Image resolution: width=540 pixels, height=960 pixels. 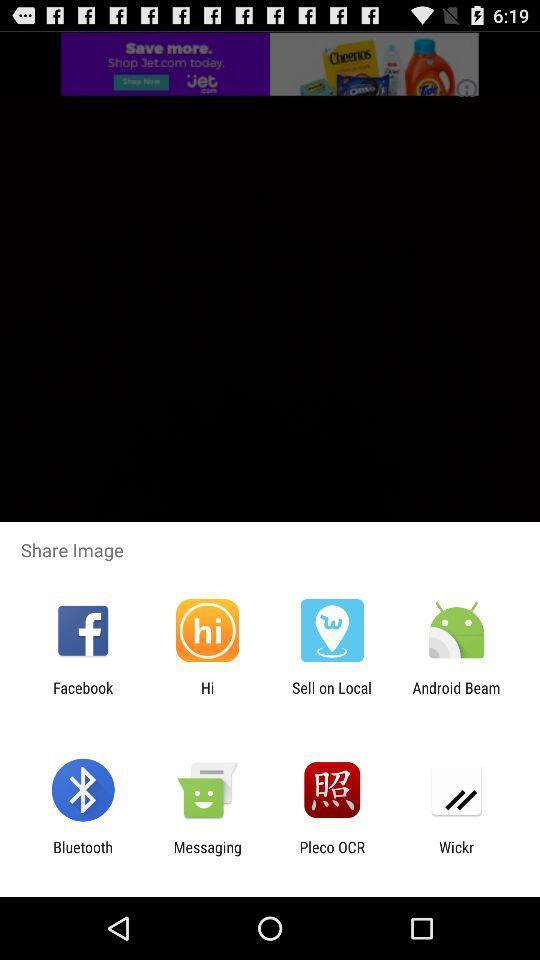 What do you see at coordinates (82, 855) in the screenshot?
I see `the bluetooth item` at bounding box center [82, 855].